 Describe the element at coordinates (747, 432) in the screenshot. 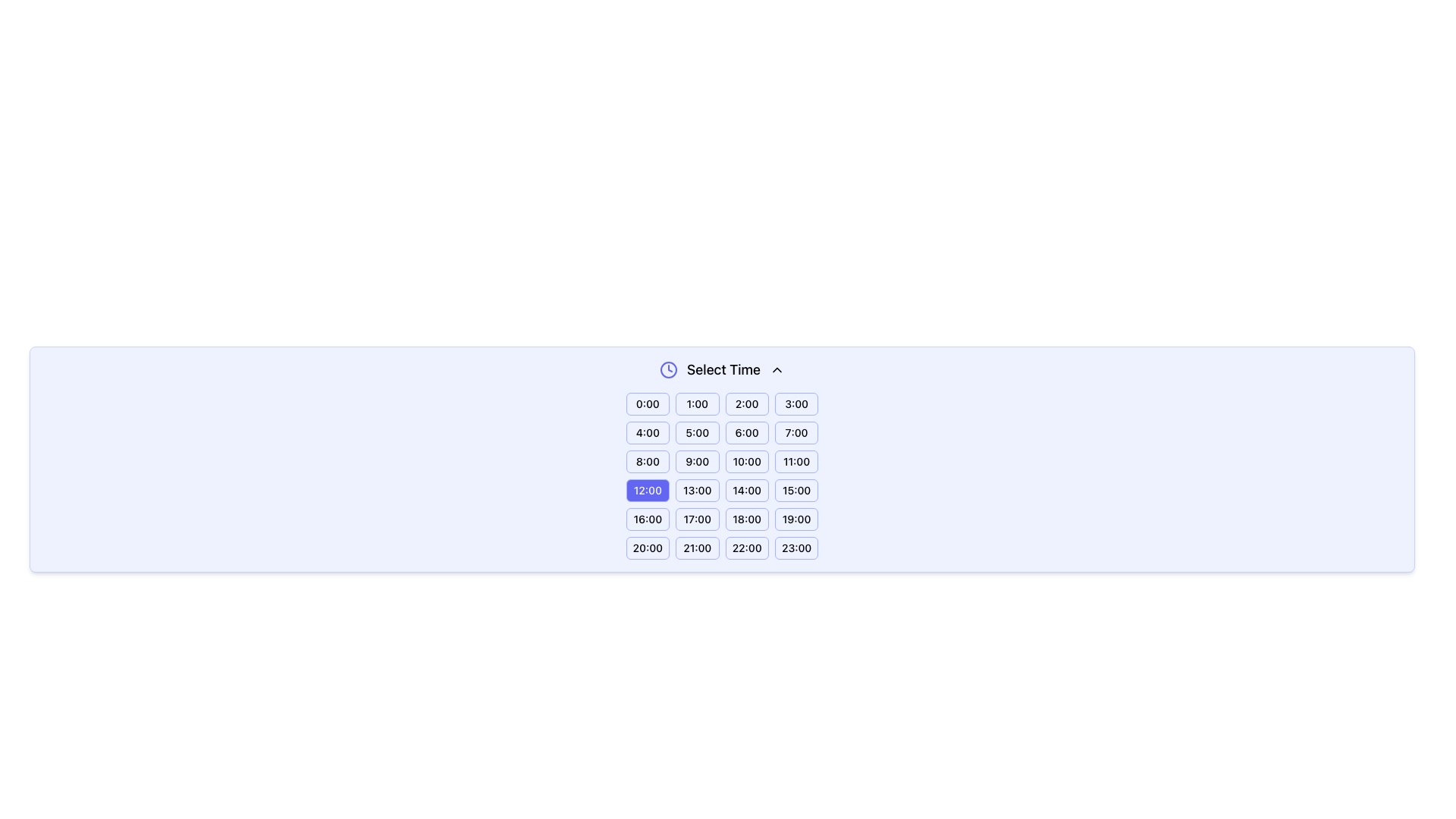

I see `the button labeled '6:00', which is a rectangular button with rounded corners, white background, and dark primary color text` at that location.